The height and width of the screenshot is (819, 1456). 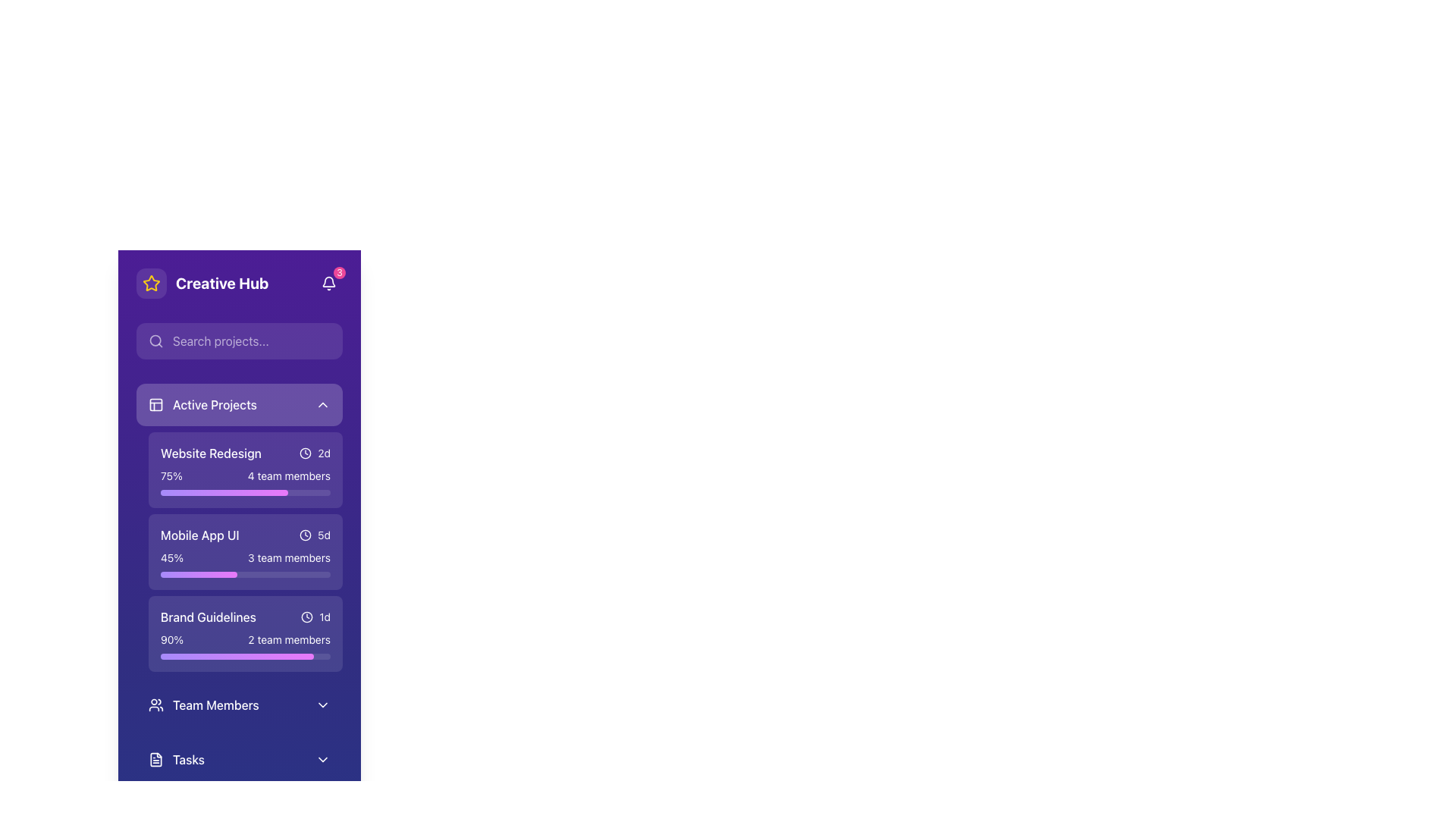 I want to click on the 'Active Projects' text label located in the navigation menu under 'Creative Hub', which is displayed in a medium-sized bold white font on a purple background, so click(x=214, y=403).